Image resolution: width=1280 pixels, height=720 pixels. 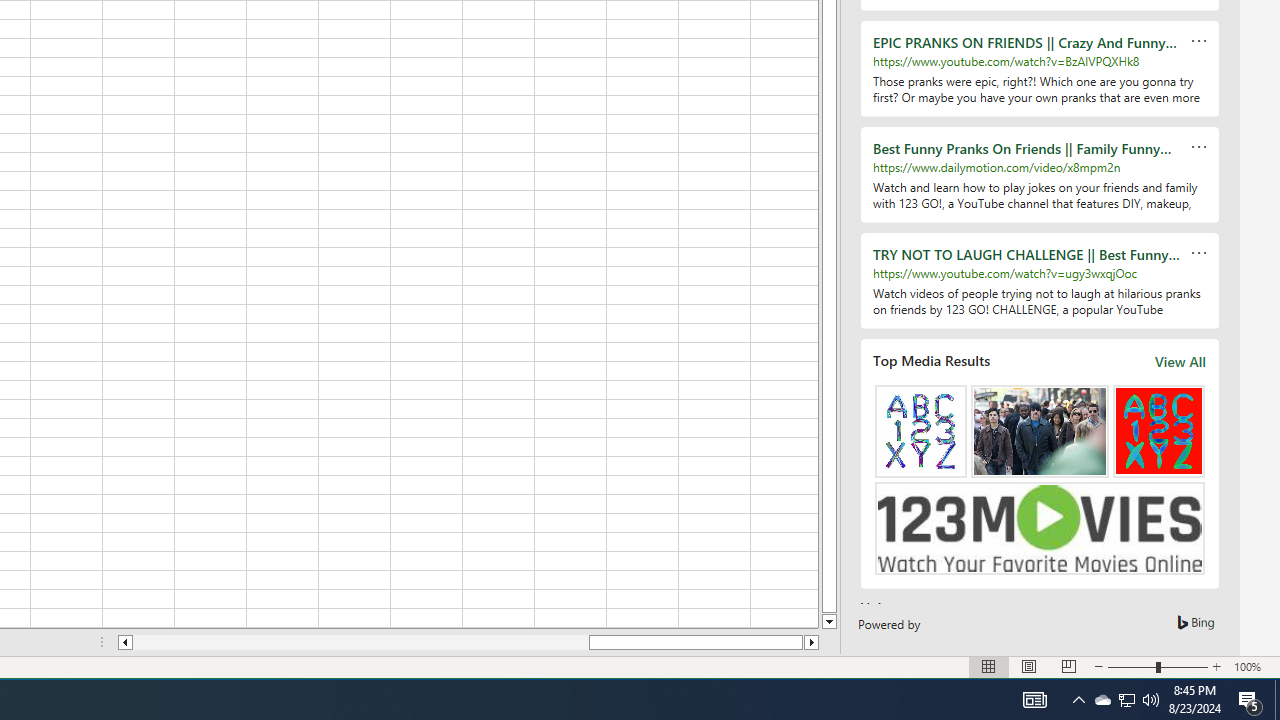 I want to click on 'Notification Chevron', so click(x=1078, y=698).